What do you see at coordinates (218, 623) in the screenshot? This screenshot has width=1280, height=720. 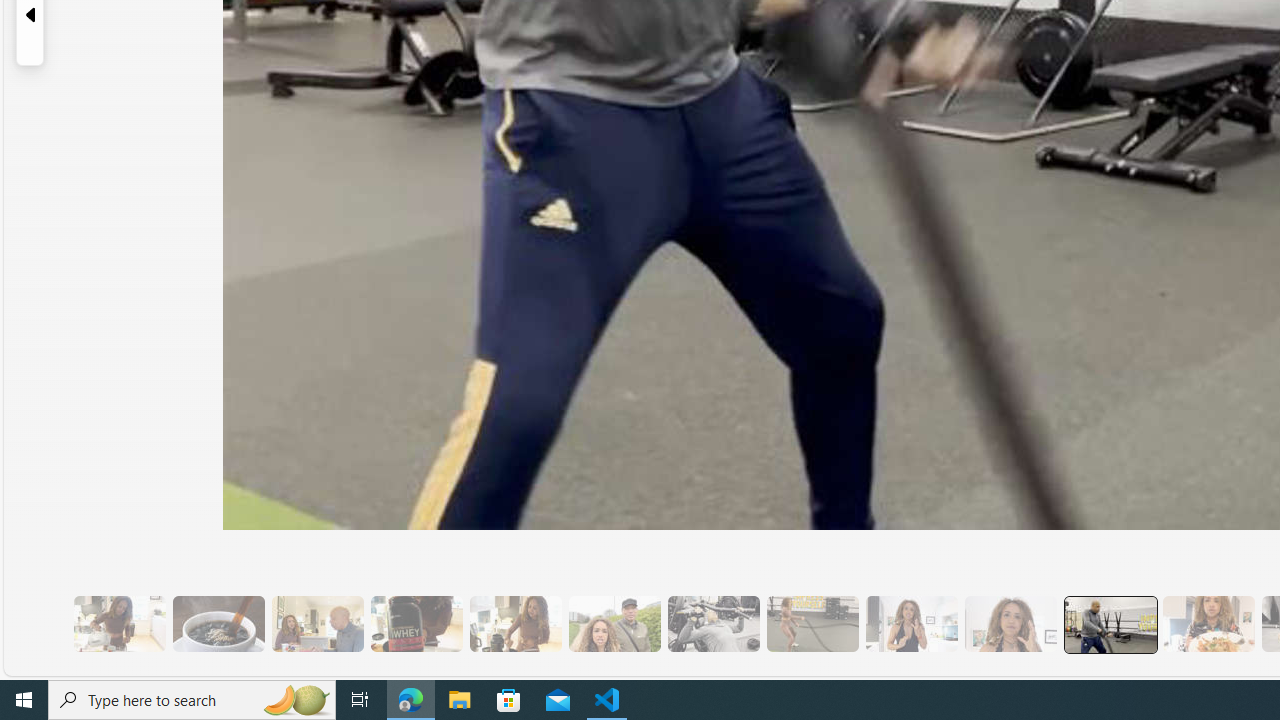 I see `'8 Be Mindful of Coffee'` at bounding box center [218, 623].